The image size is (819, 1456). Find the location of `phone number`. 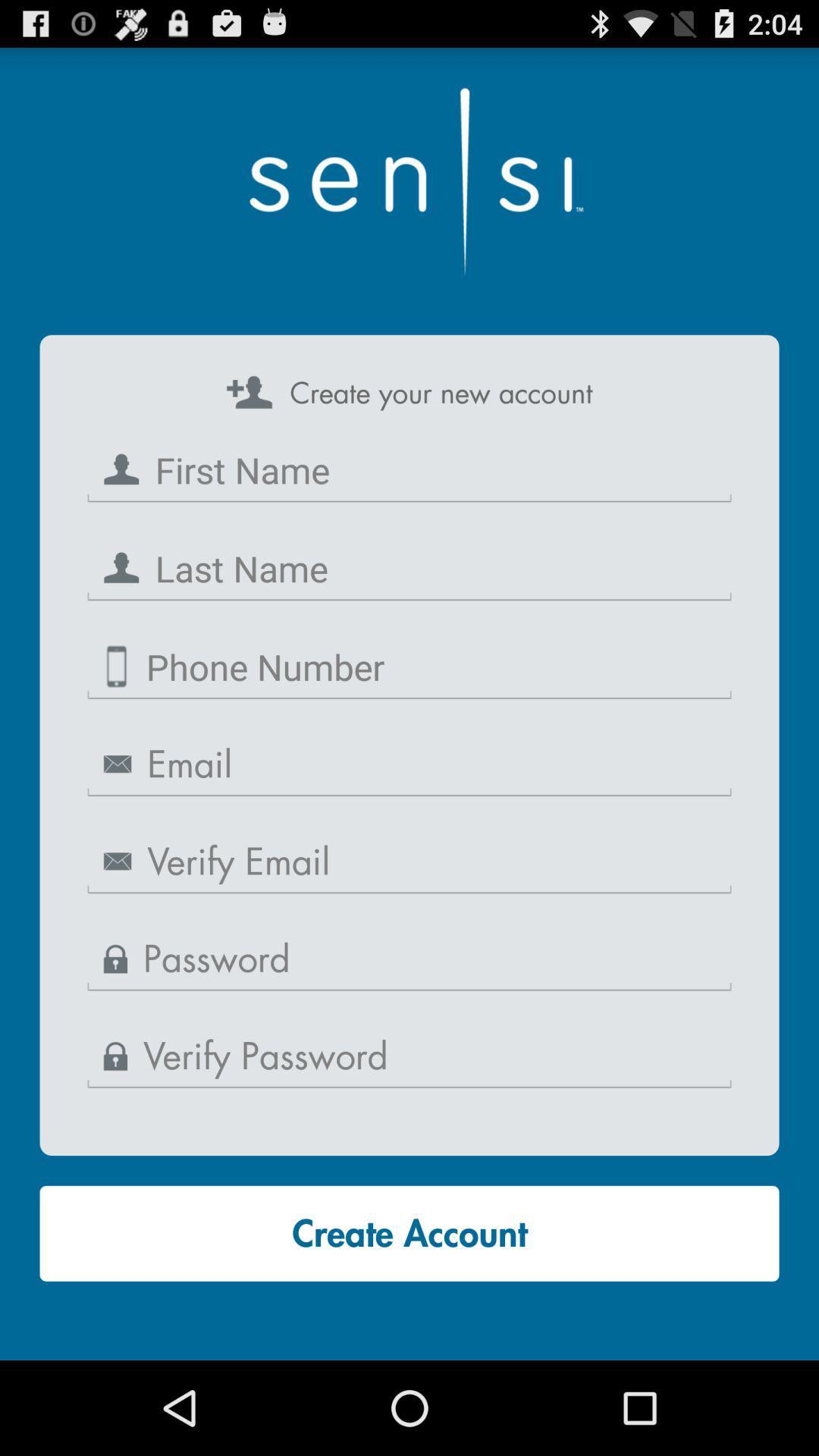

phone number is located at coordinates (409, 667).